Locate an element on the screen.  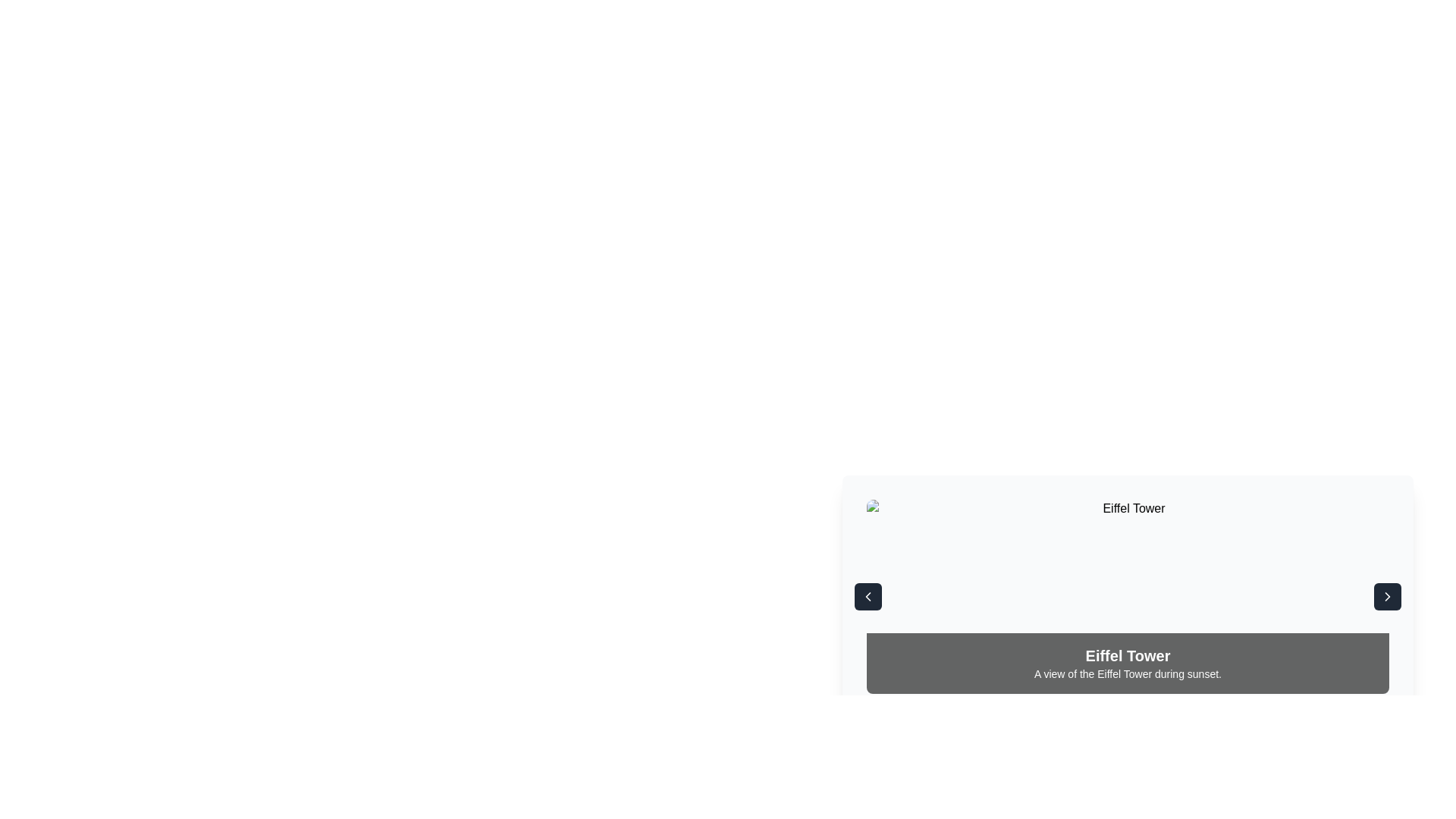
the small, square button with a dark gray background and a white arrow pointing to the right is located at coordinates (1387, 595).